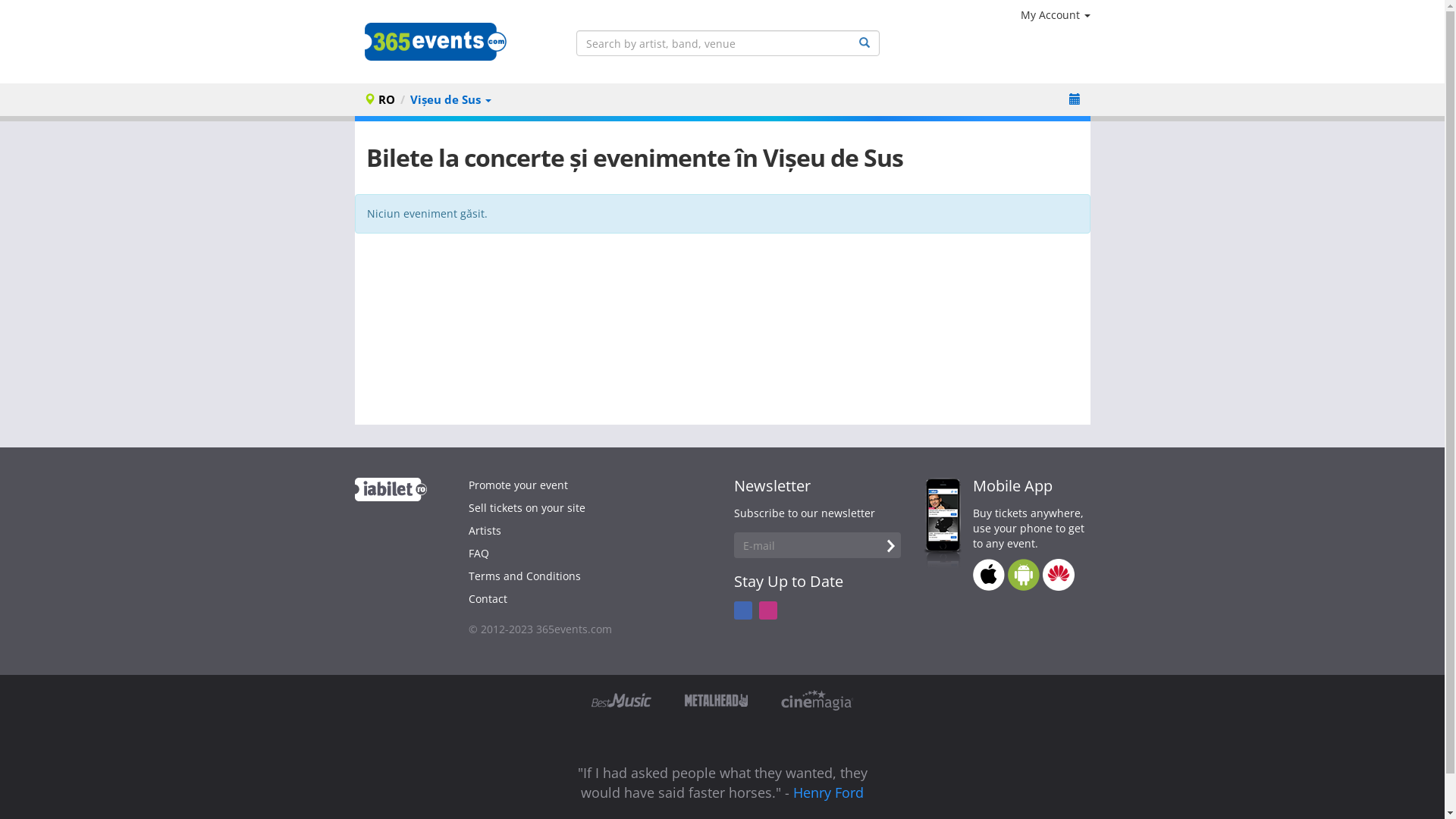  Describe the element at coordinates (468, 598) in the screenshot. I see `'Contact'` at that location.